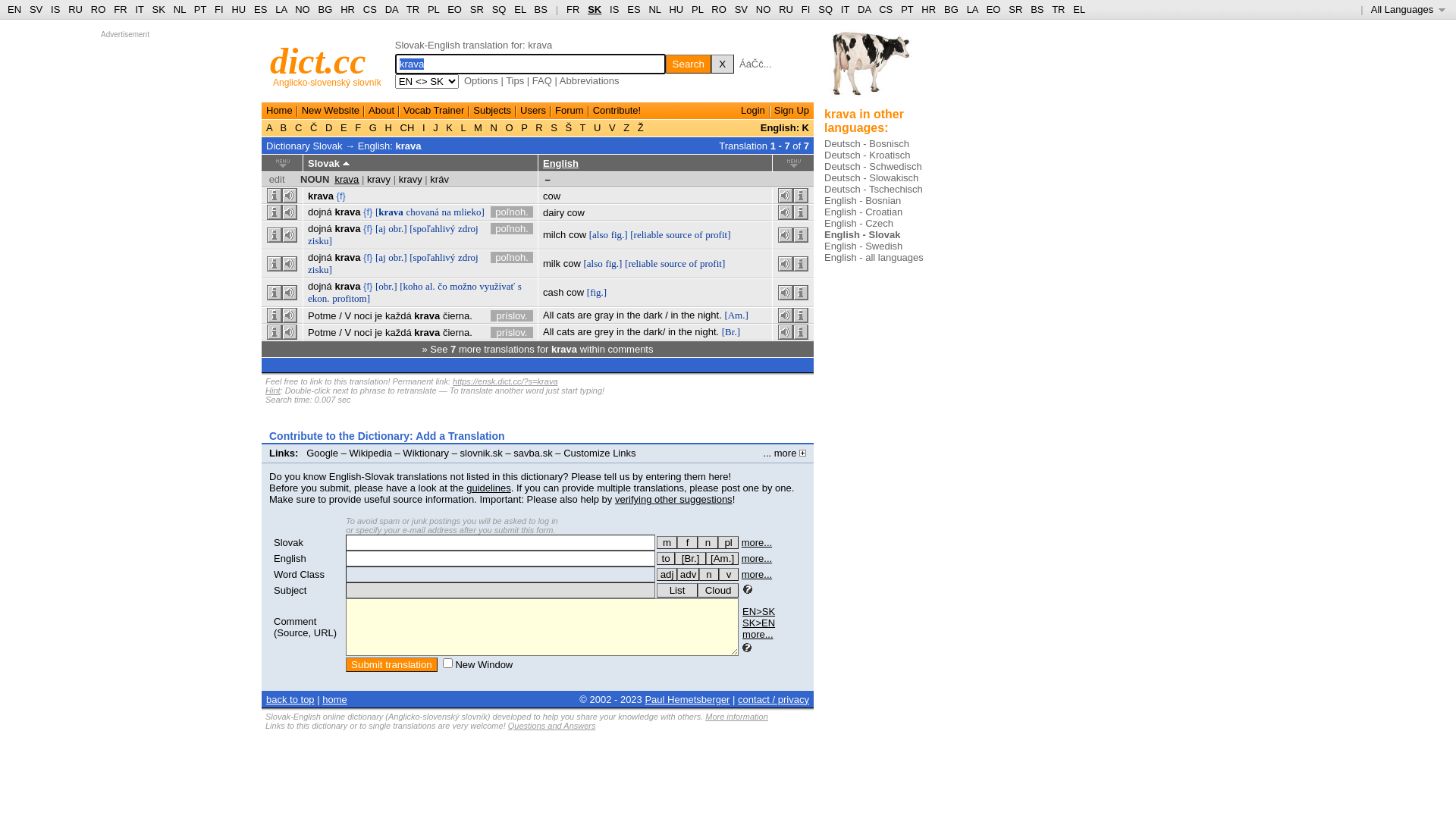 Image resolution: width=1456 pixels, height=819 pixels. What do you see at coordinates (334, 699) in the screenshot?
I see `'home'` at bounding box center [334, 699].